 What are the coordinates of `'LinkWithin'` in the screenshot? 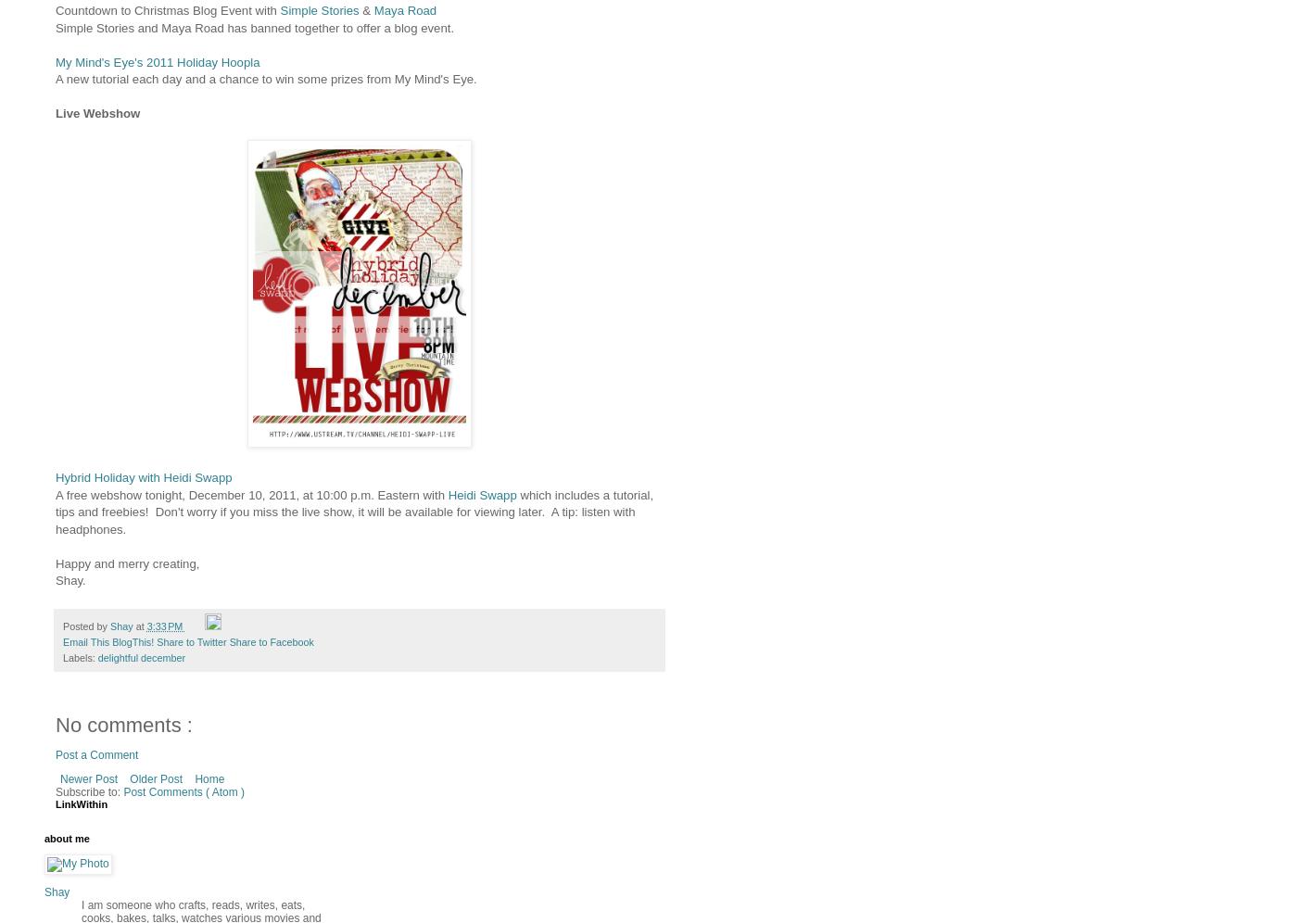 It's located at (82, 804).